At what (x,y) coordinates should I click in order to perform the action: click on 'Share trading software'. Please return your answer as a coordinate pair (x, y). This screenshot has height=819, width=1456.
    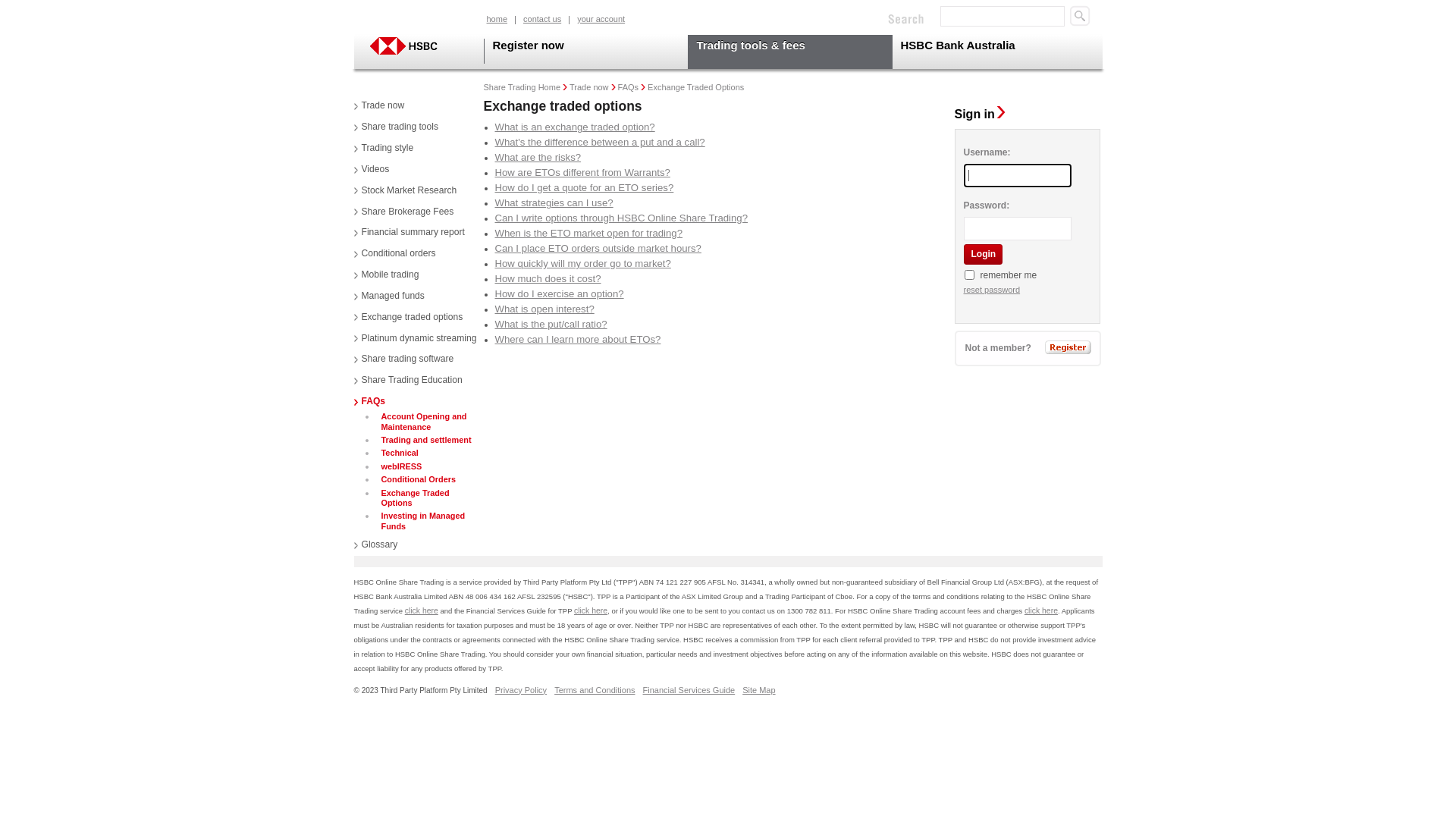
    Looking at the image, I should click on (403, 359).